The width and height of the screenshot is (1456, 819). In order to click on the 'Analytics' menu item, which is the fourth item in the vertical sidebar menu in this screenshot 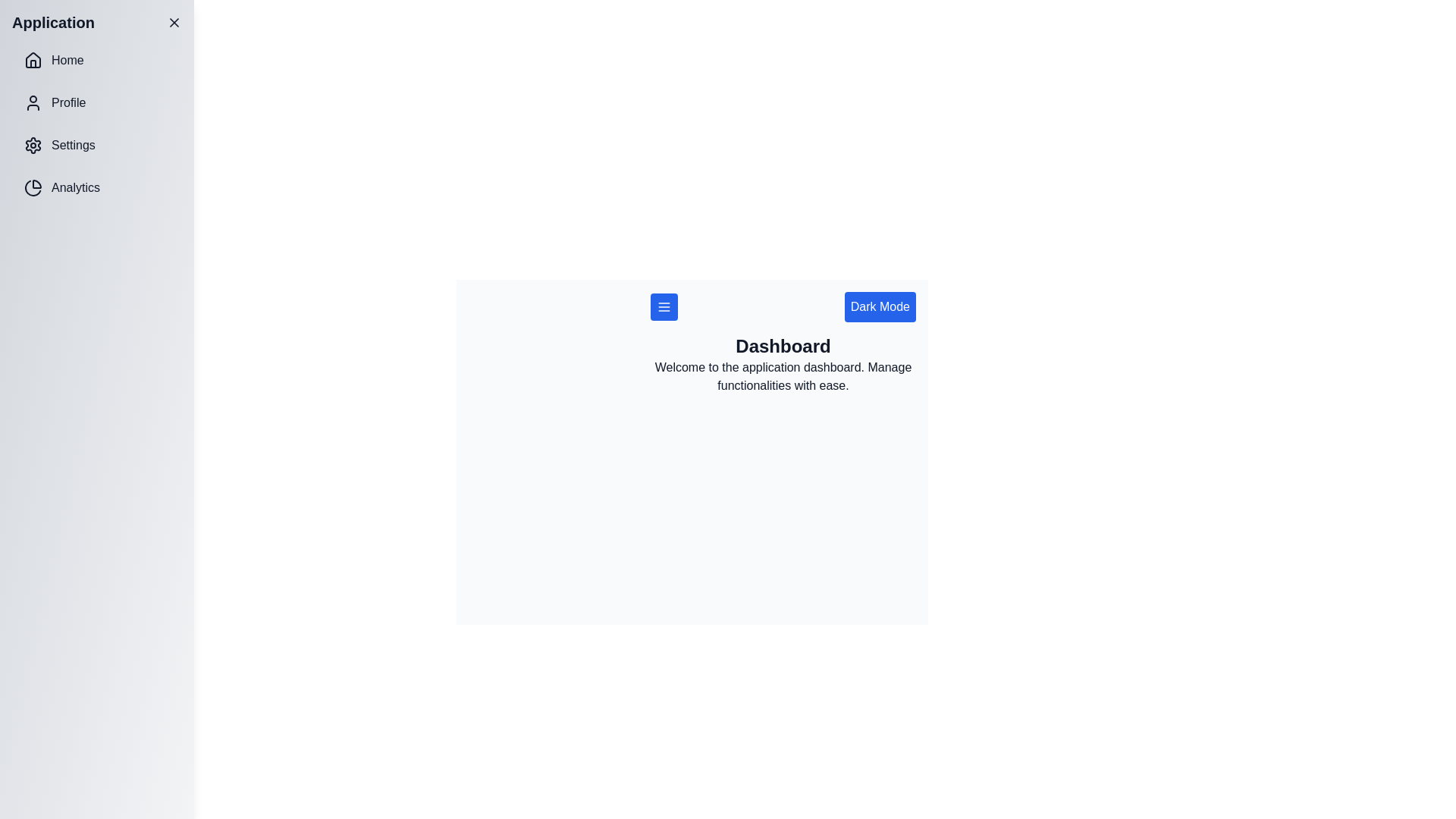, I will do `click(96, 187)`.